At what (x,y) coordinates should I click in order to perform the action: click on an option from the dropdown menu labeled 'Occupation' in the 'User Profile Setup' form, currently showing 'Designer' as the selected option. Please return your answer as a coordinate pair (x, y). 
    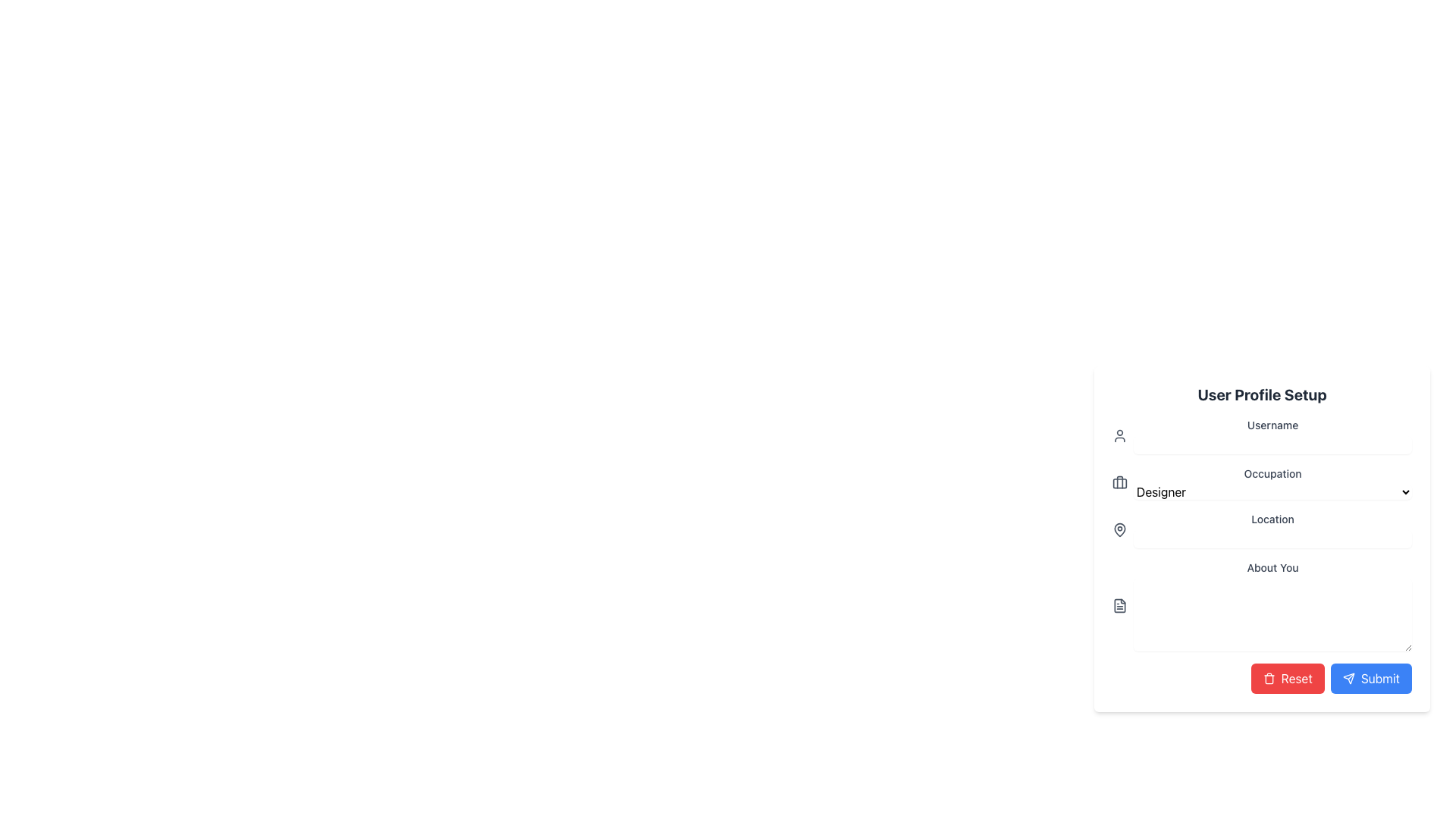
    Looking at the image, I should click on (1272, 482).